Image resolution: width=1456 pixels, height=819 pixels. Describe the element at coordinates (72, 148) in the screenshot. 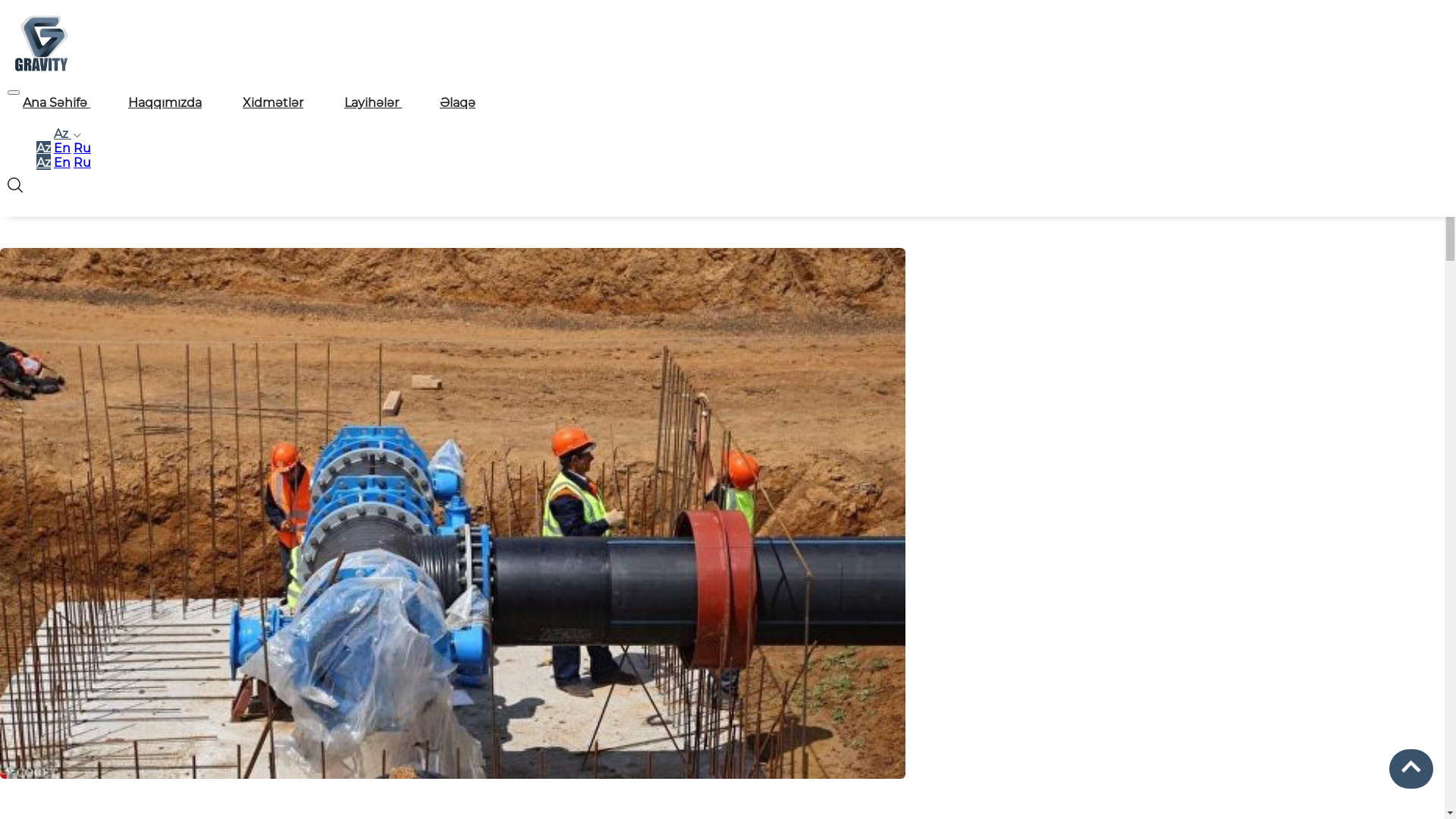

I see `'Ru'` at that location.